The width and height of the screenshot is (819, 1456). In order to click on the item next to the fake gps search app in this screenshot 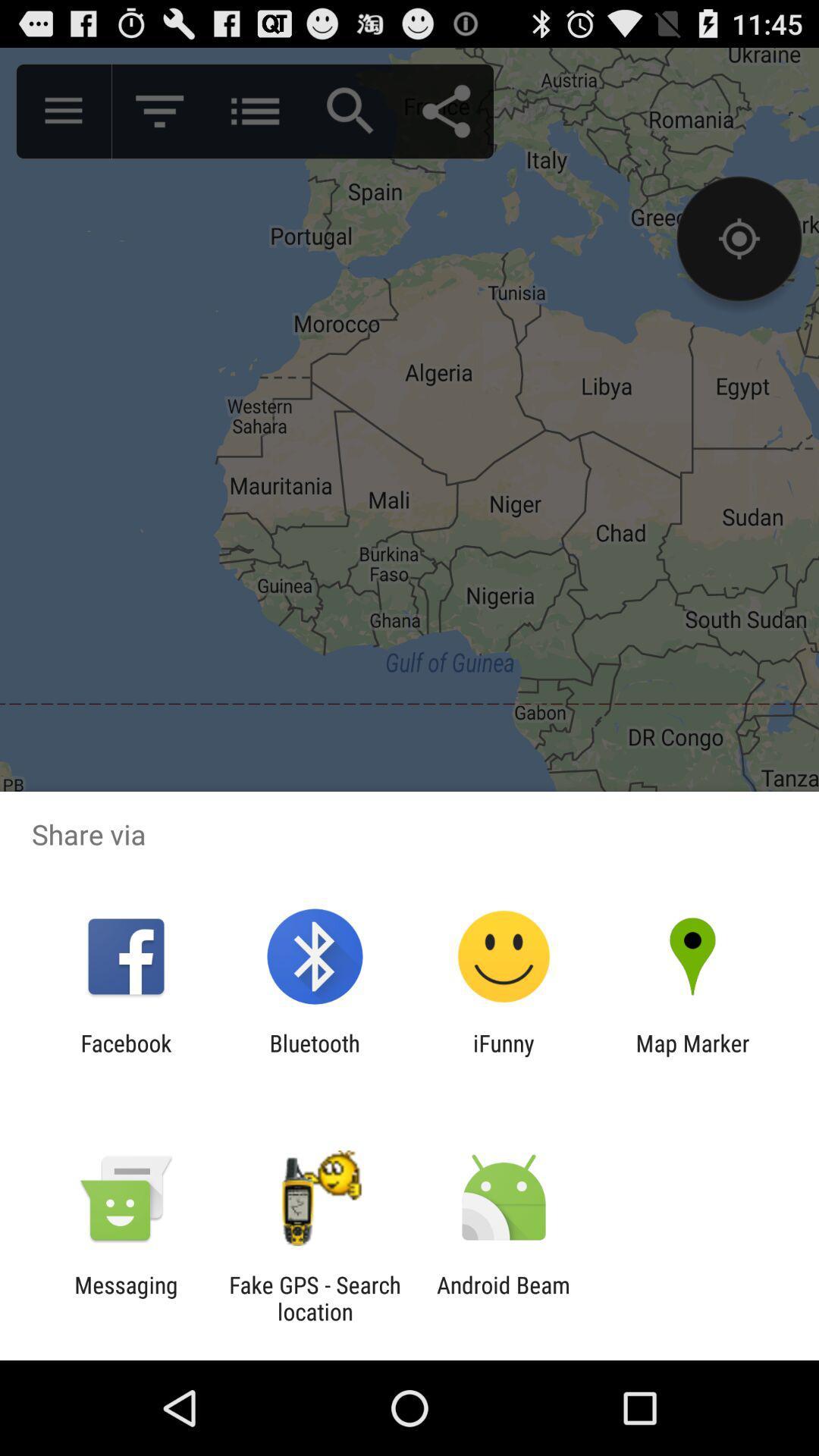, I will do `click(504, 1298)`.